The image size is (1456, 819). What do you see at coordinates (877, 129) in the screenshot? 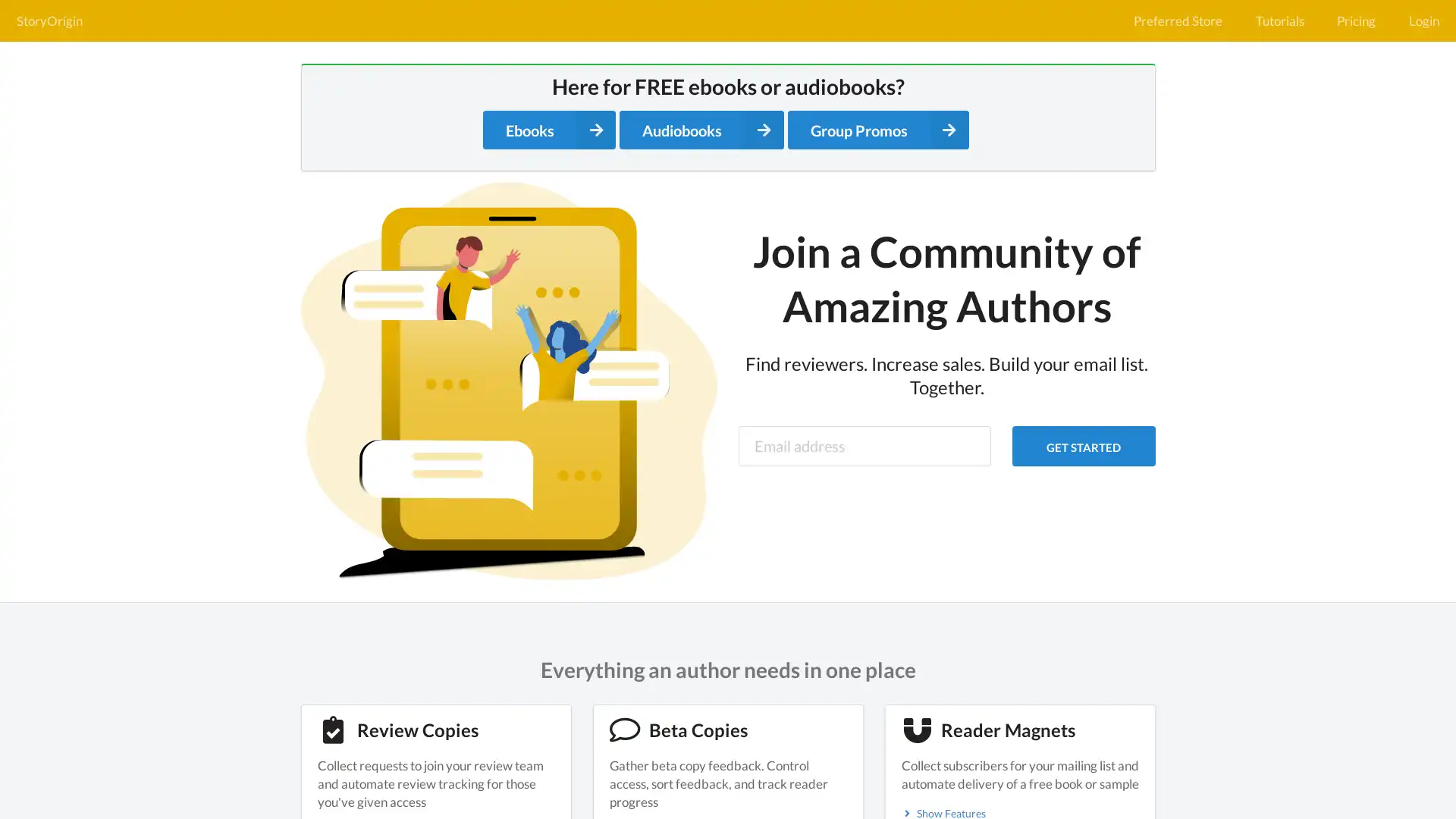
I see `Group Promos` at bounding box center [877, 129].